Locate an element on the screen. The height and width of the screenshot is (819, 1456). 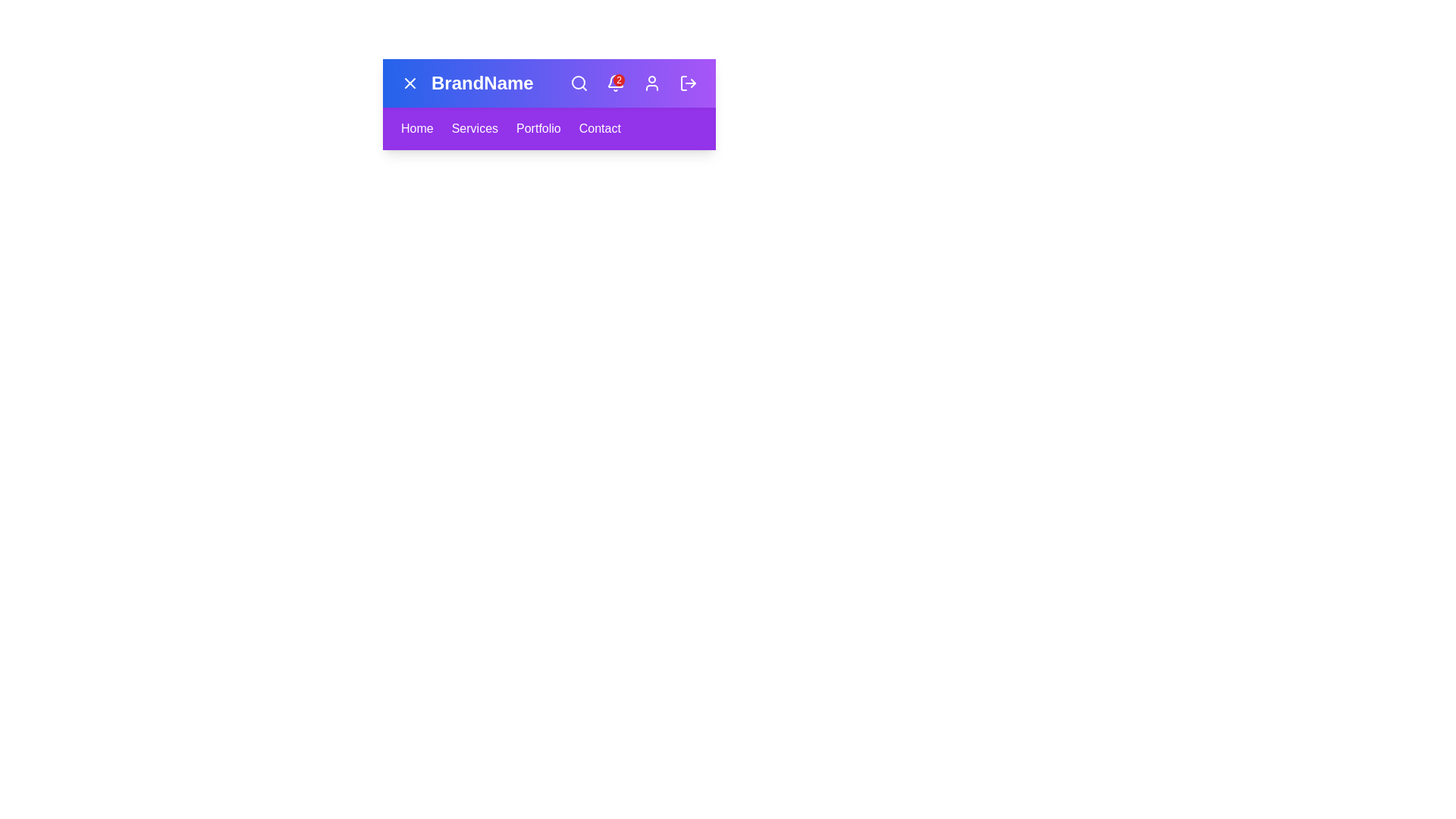
the search icon located in the top-right section of the navigation bar, positioned between the brand logo and the notification bell icon, to initiate a search action is located at coordinates (578, 83).